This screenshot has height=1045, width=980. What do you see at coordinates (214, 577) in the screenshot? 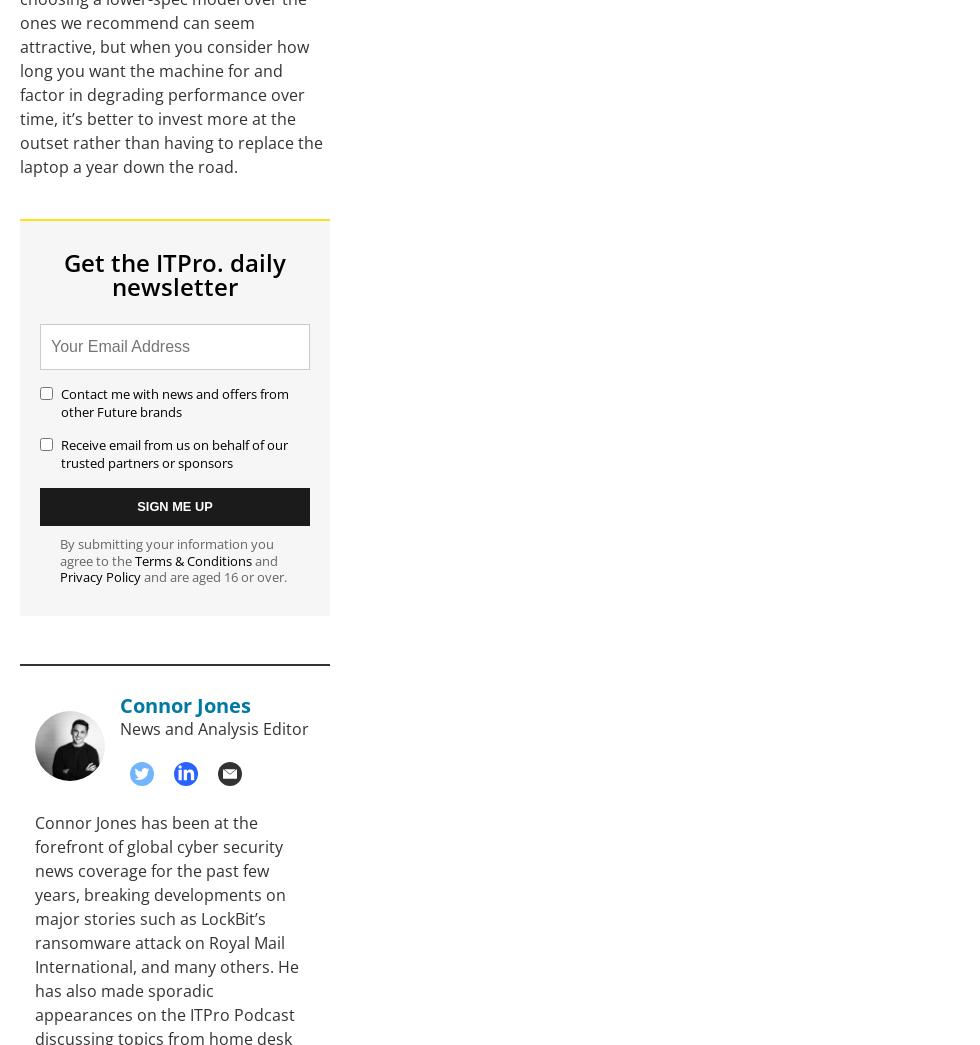
I see `'and are aged 16 or over.'` at bounding box center [214, 577].